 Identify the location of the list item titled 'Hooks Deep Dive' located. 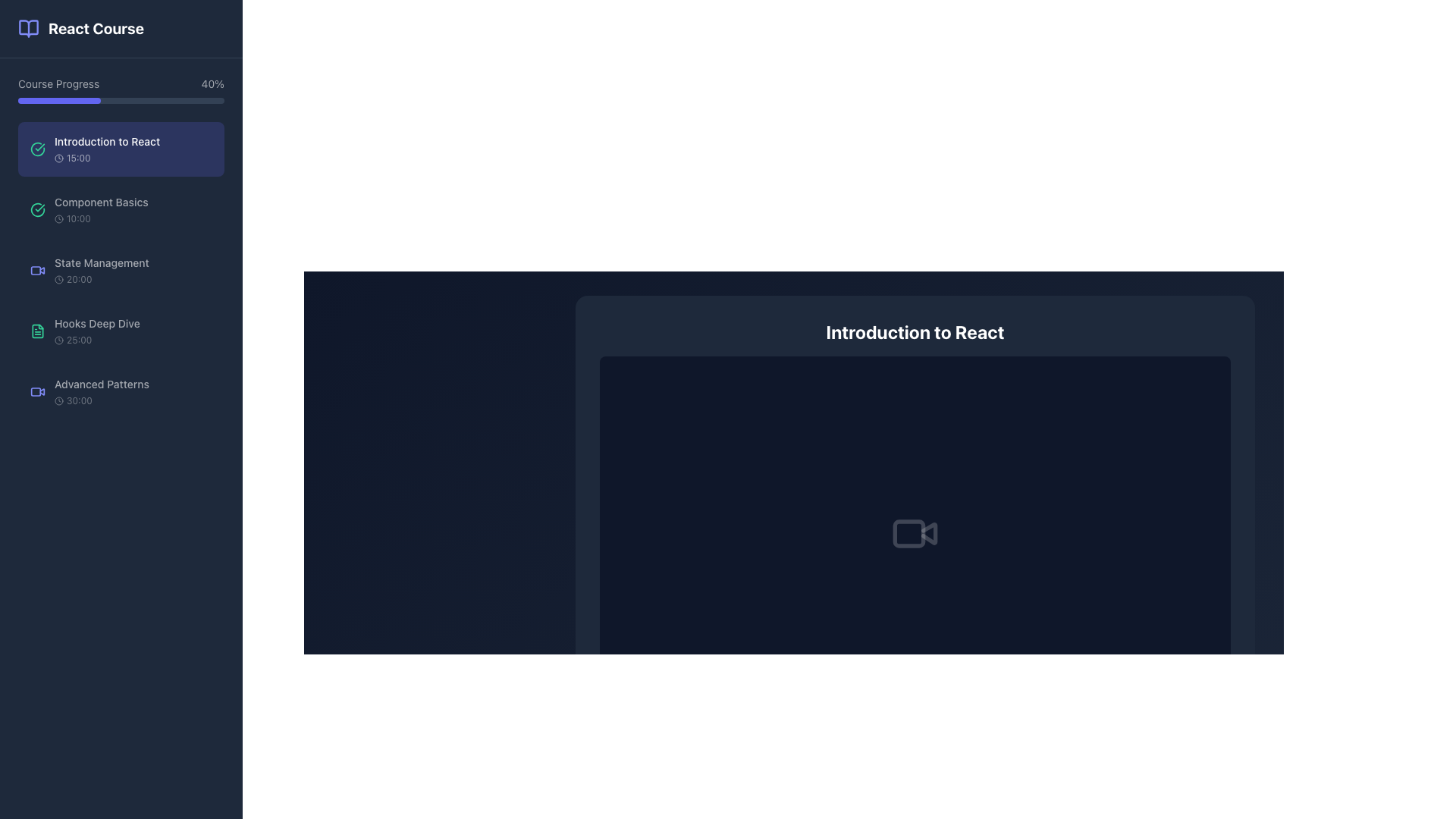
(133, 330).